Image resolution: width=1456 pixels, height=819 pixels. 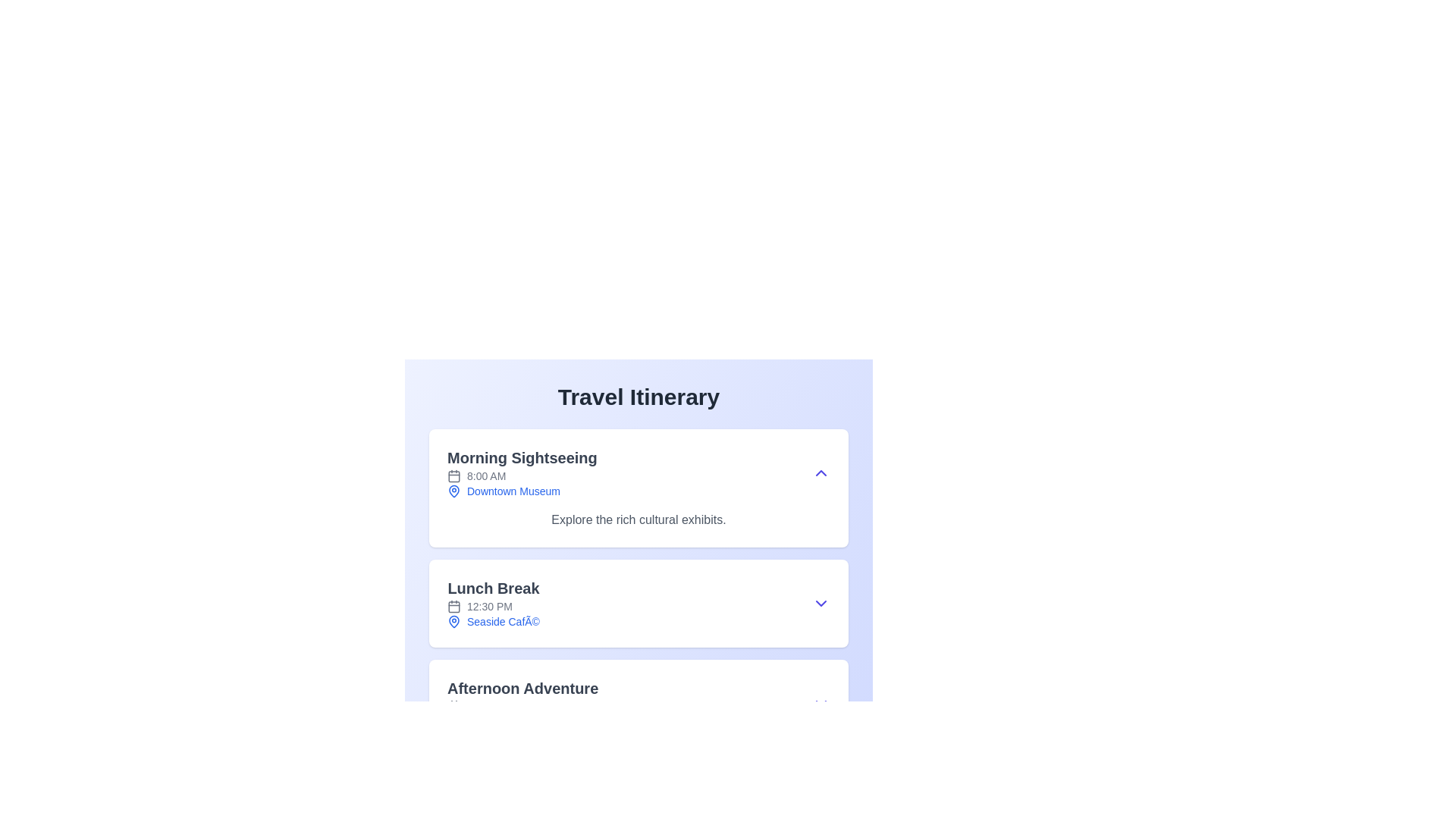 I want to click on the calendar icon located to the left of the '8:00 AM' text in the 'Morning Sightseeing' section of the 'Travel Itinerary' interface, which visually indicates scheduled timing or dates, so click(x=453, y=475).